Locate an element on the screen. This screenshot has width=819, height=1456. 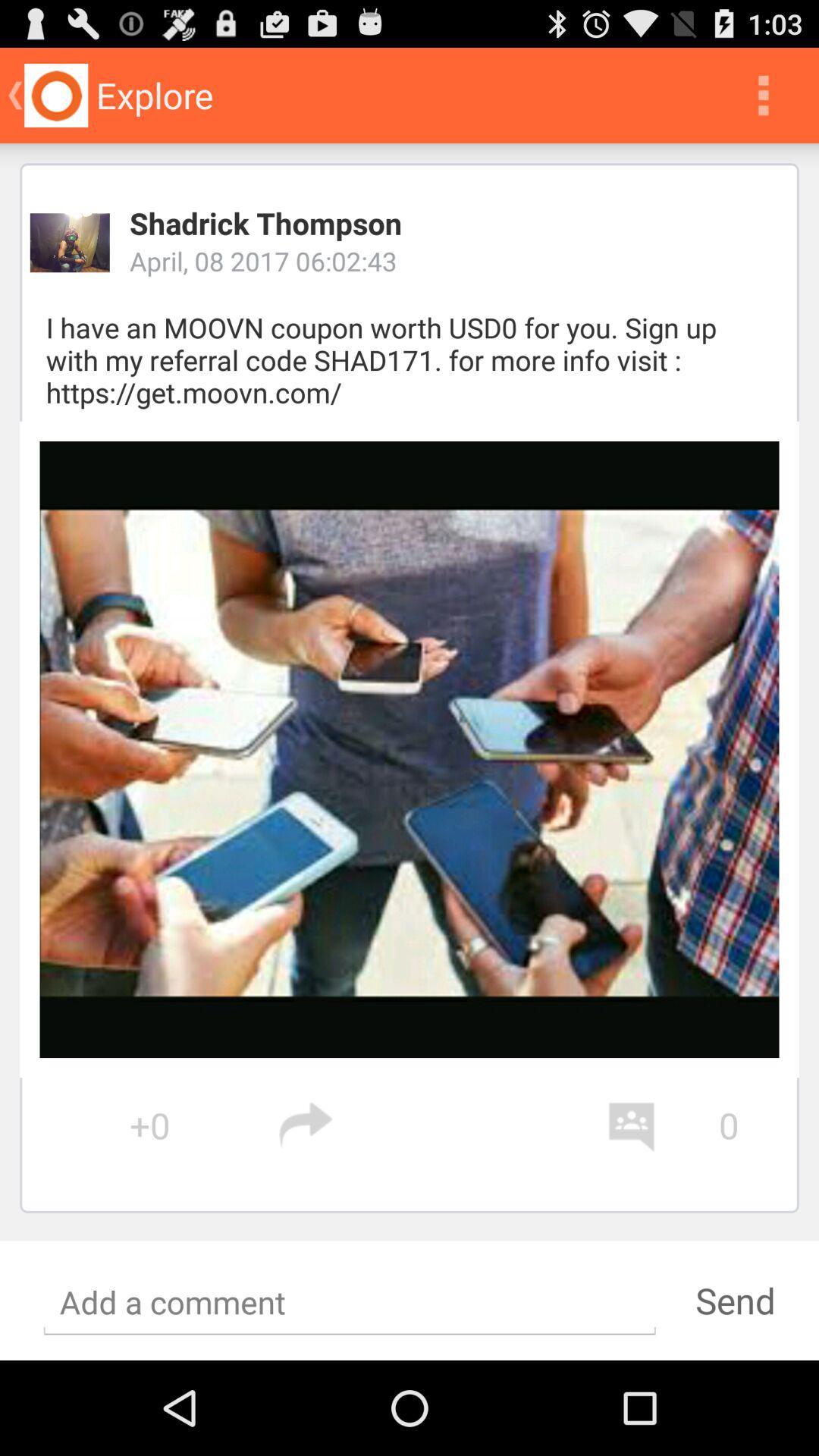
app to the left of shadrick thompson app is located at coordinates (70, 243).